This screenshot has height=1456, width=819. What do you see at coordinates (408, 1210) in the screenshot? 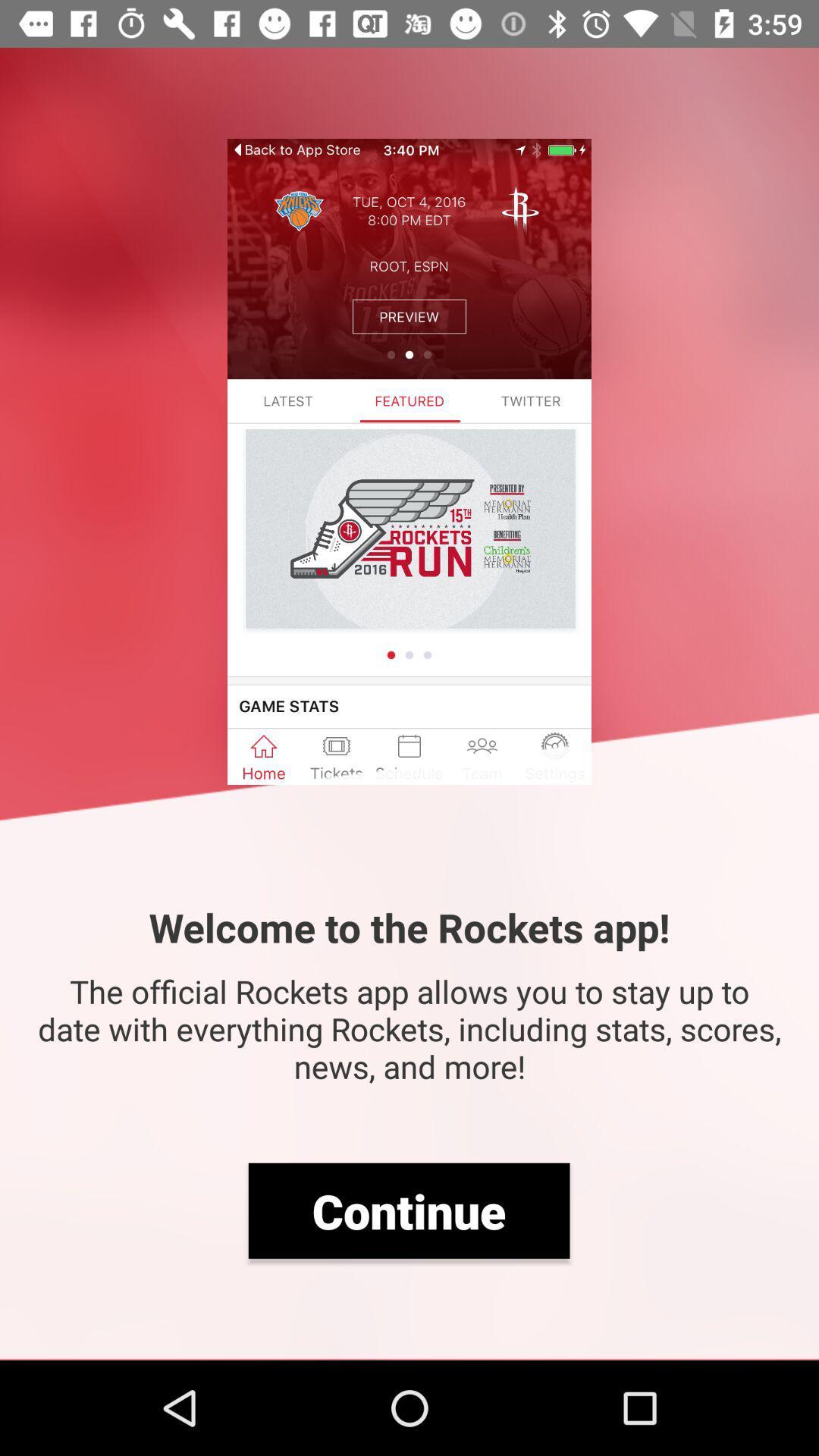
I see `the continue icon` at bounding box center [408, 1210].